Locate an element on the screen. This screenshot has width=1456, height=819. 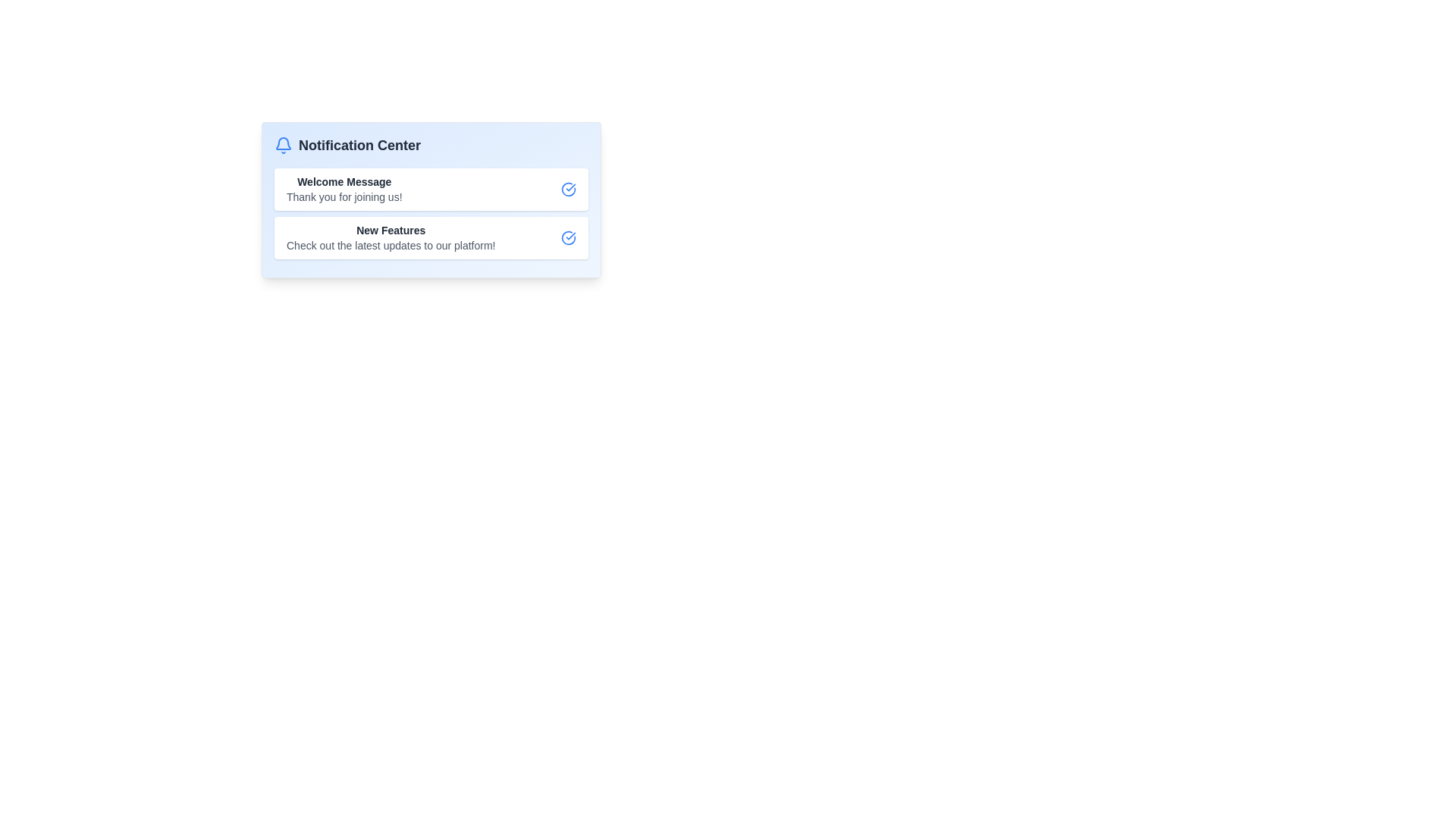
the text label that signifies the content of the notification area, positioned to the right of the bell icon is located at coordinates (359, 146).